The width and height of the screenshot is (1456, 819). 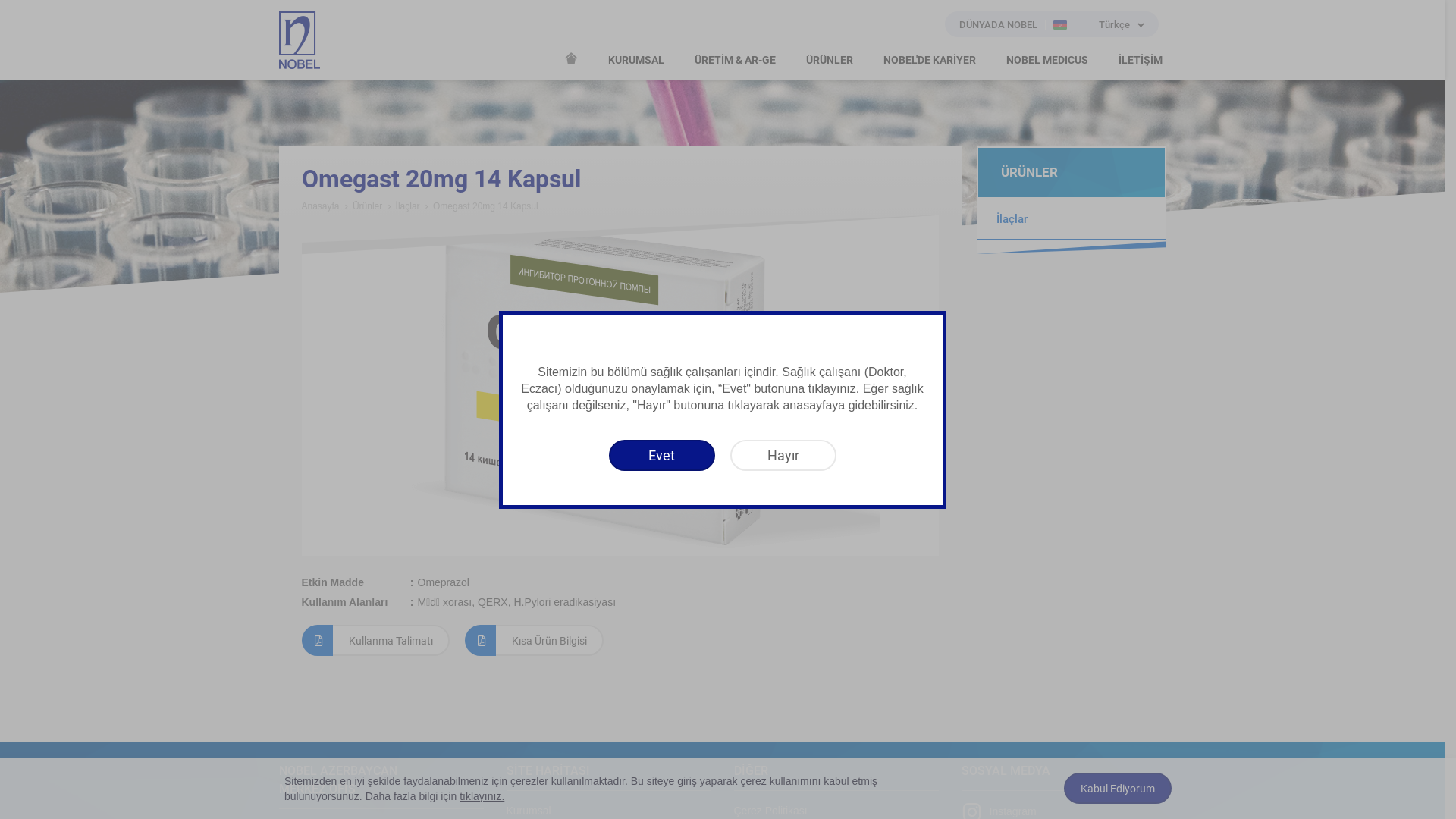 I want to click on 'Anasayfa', so click(x=319, y=206).